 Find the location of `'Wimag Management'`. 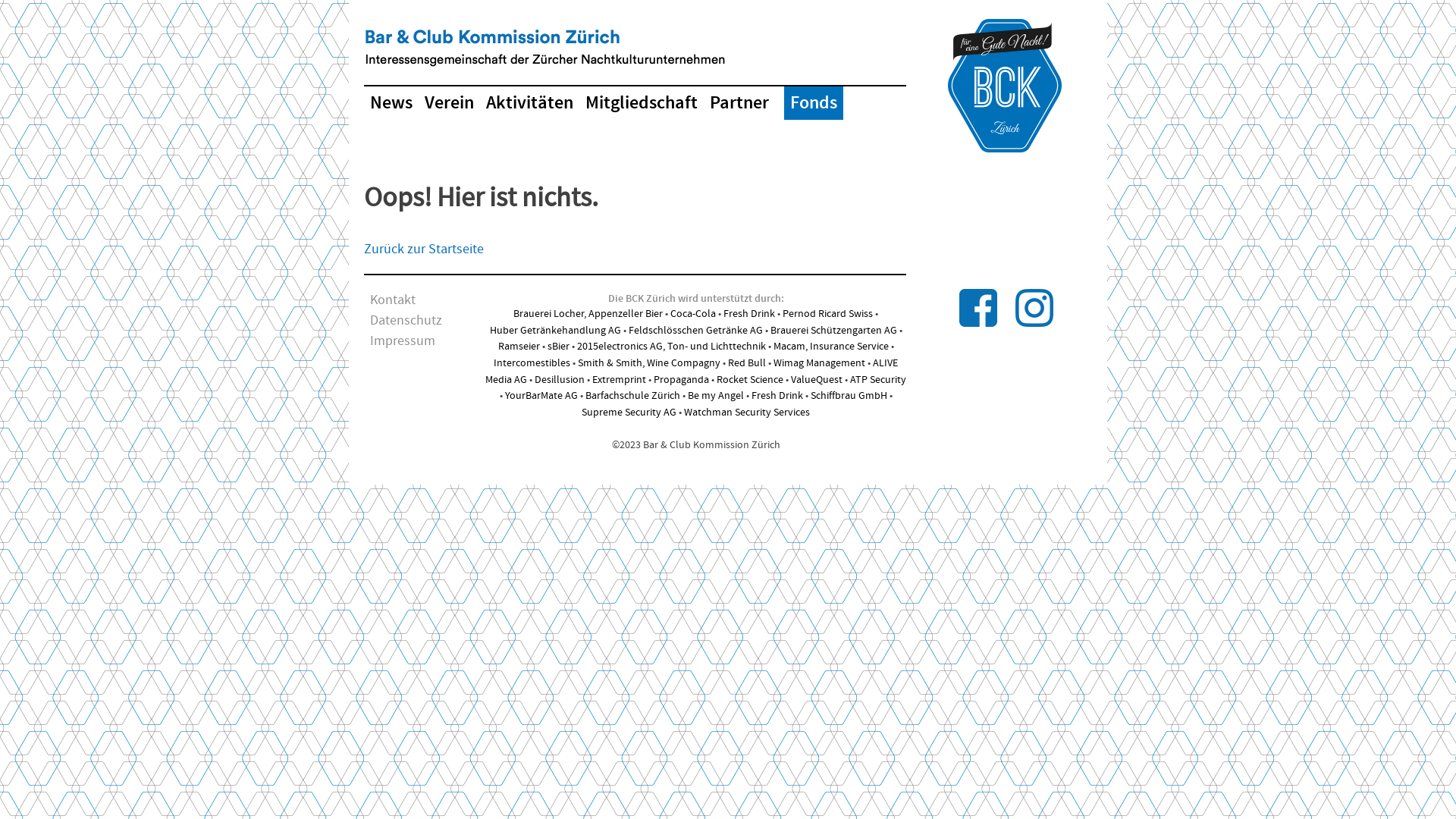

'Wimag Management' is located at coordinates (773, 362).